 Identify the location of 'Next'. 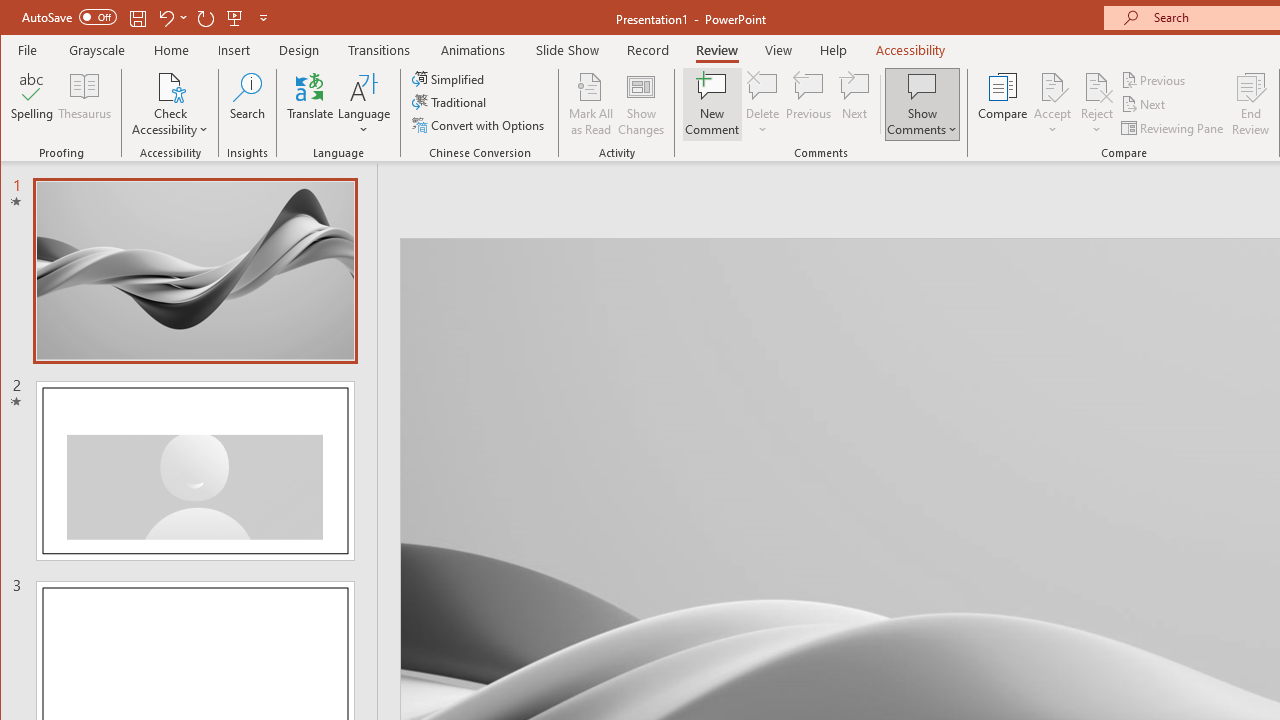
(1144, 104).